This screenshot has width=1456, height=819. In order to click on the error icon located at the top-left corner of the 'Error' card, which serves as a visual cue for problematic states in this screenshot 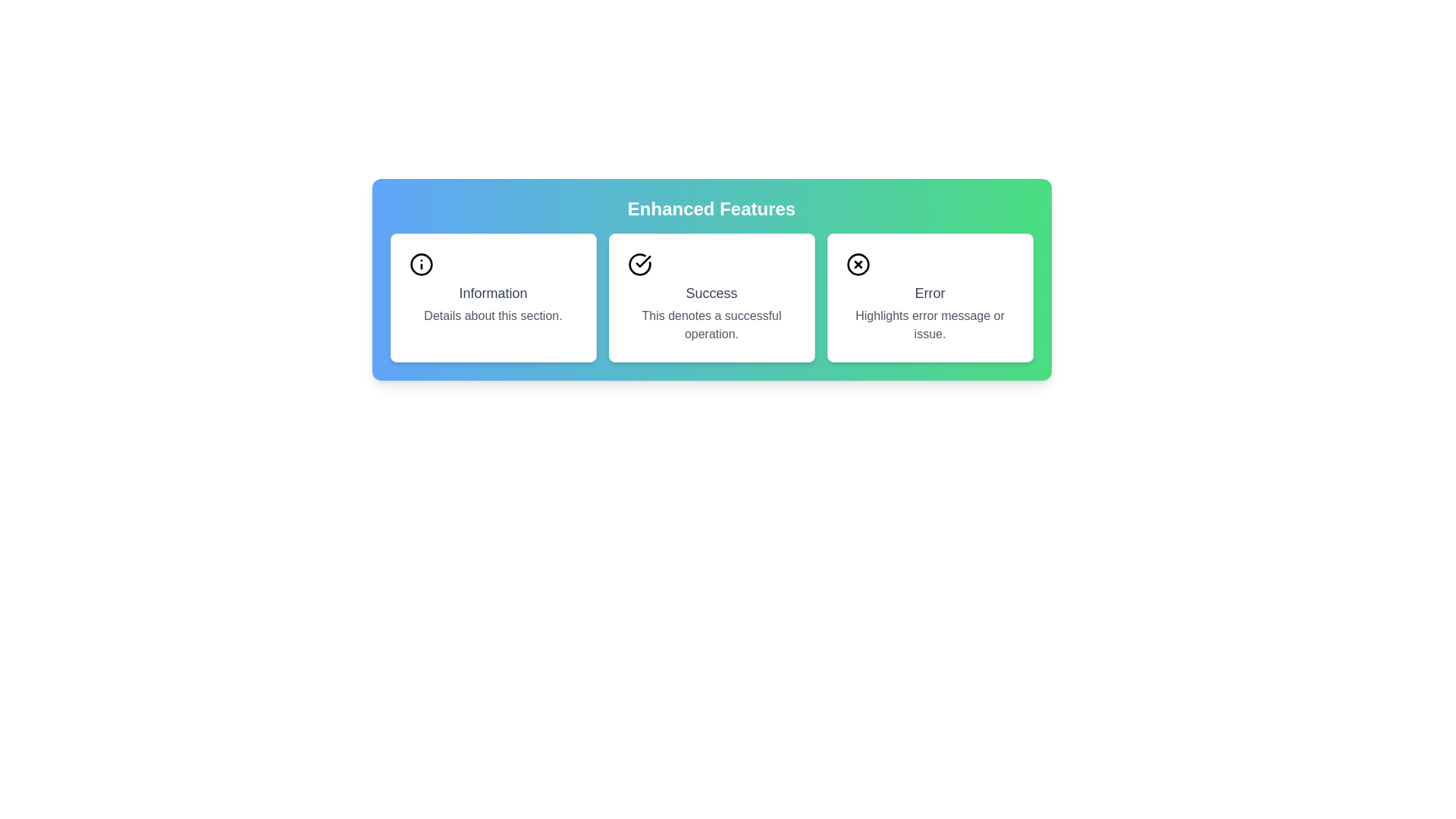, I will do `click(858, 263)`.